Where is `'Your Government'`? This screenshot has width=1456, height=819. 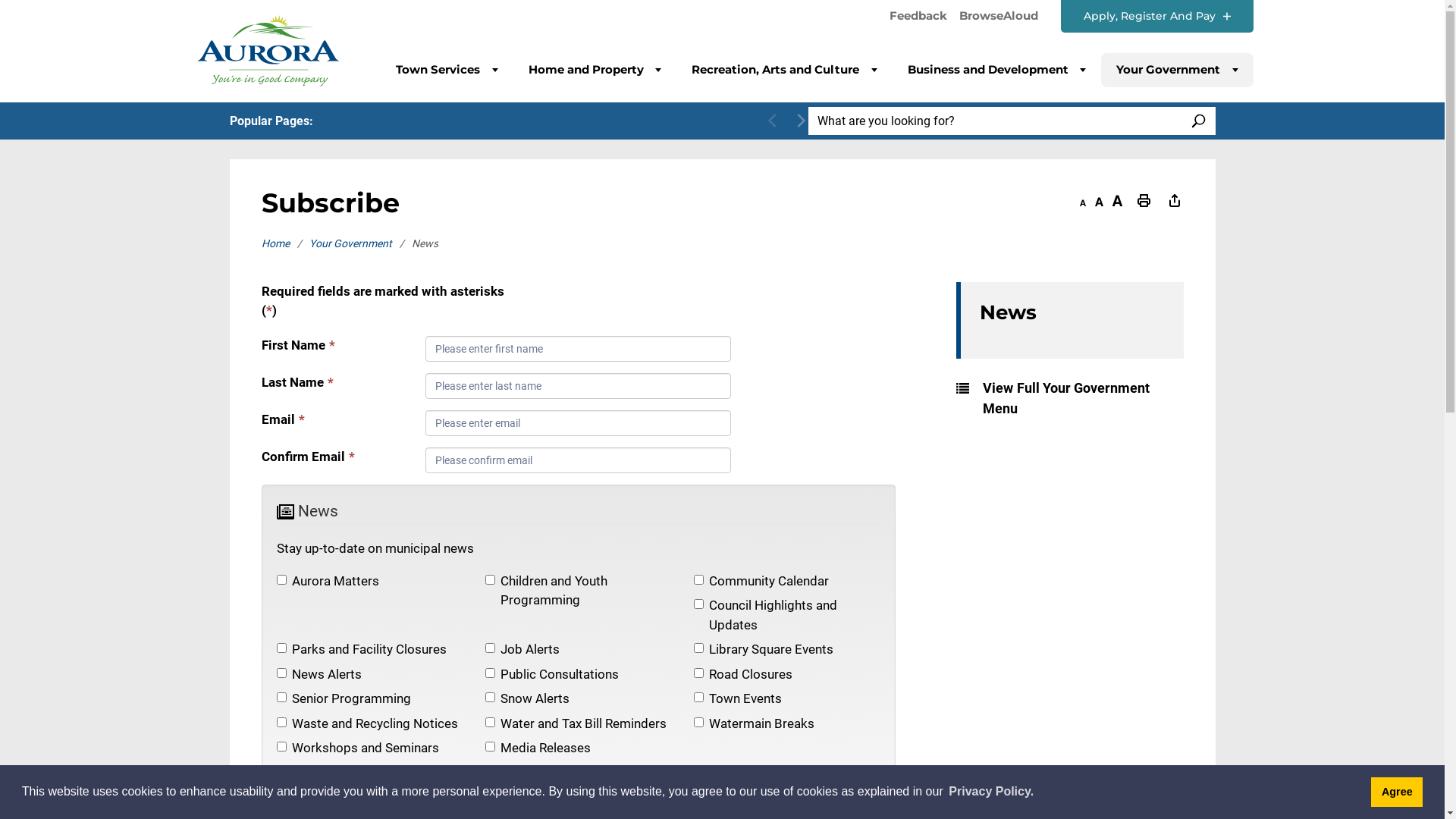 'Your Government' is located at coordinates (1175, 70).